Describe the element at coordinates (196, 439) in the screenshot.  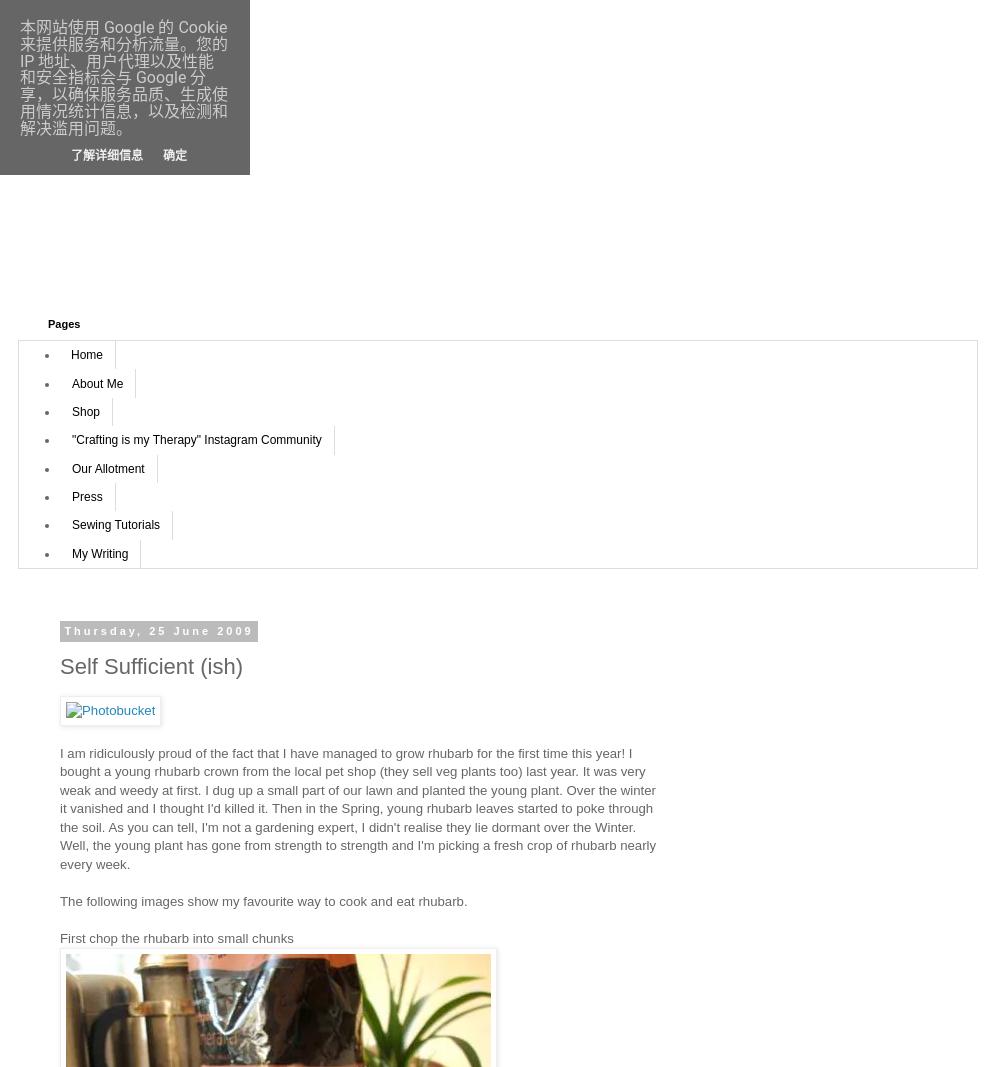
I see `'"Crafting is my Therapy" Instagram Community'` at that location.